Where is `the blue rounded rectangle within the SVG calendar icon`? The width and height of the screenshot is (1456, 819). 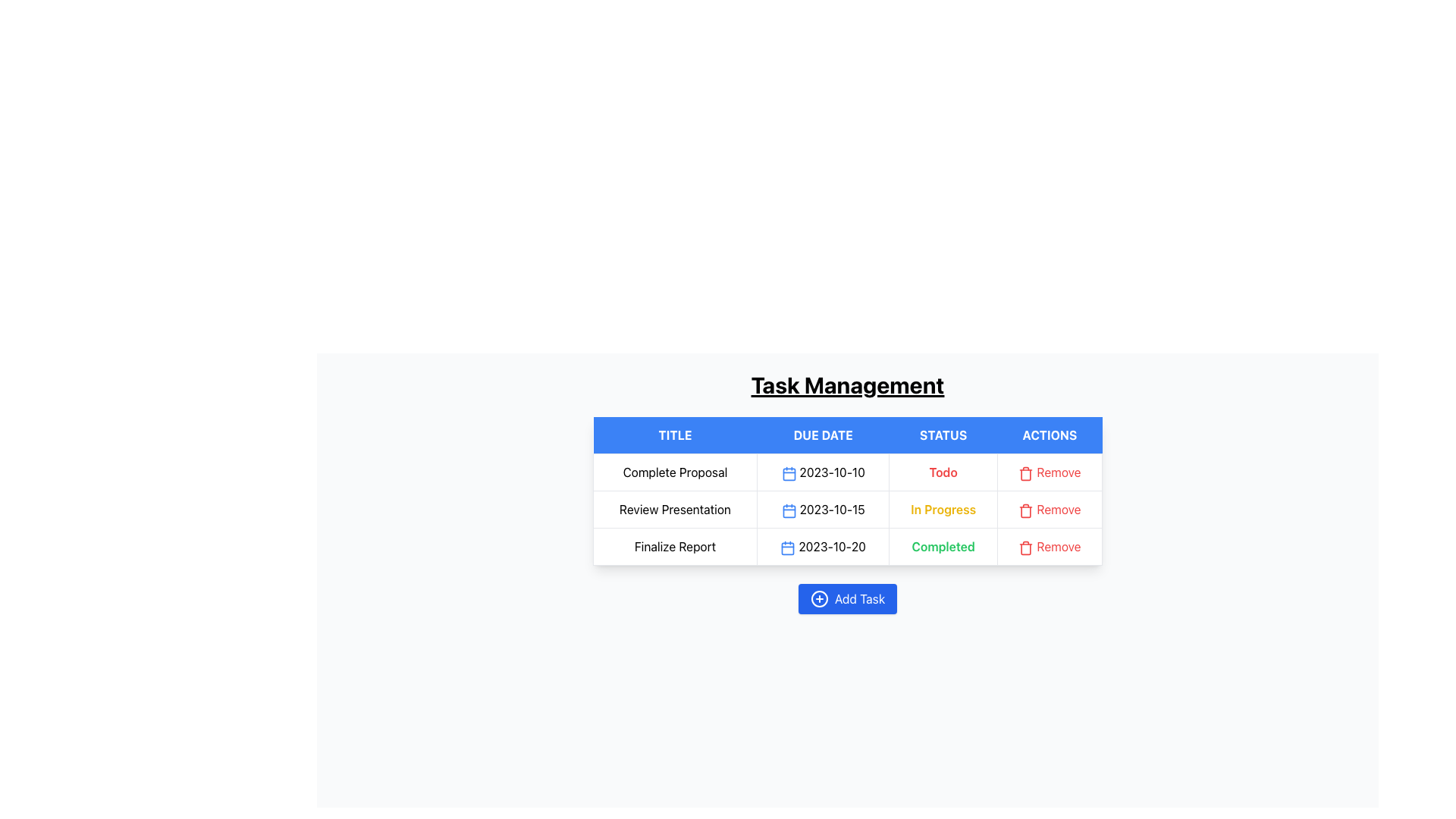
the blue rounded rectangle within the SVG calendar icon is located at coordinates (789, 473).